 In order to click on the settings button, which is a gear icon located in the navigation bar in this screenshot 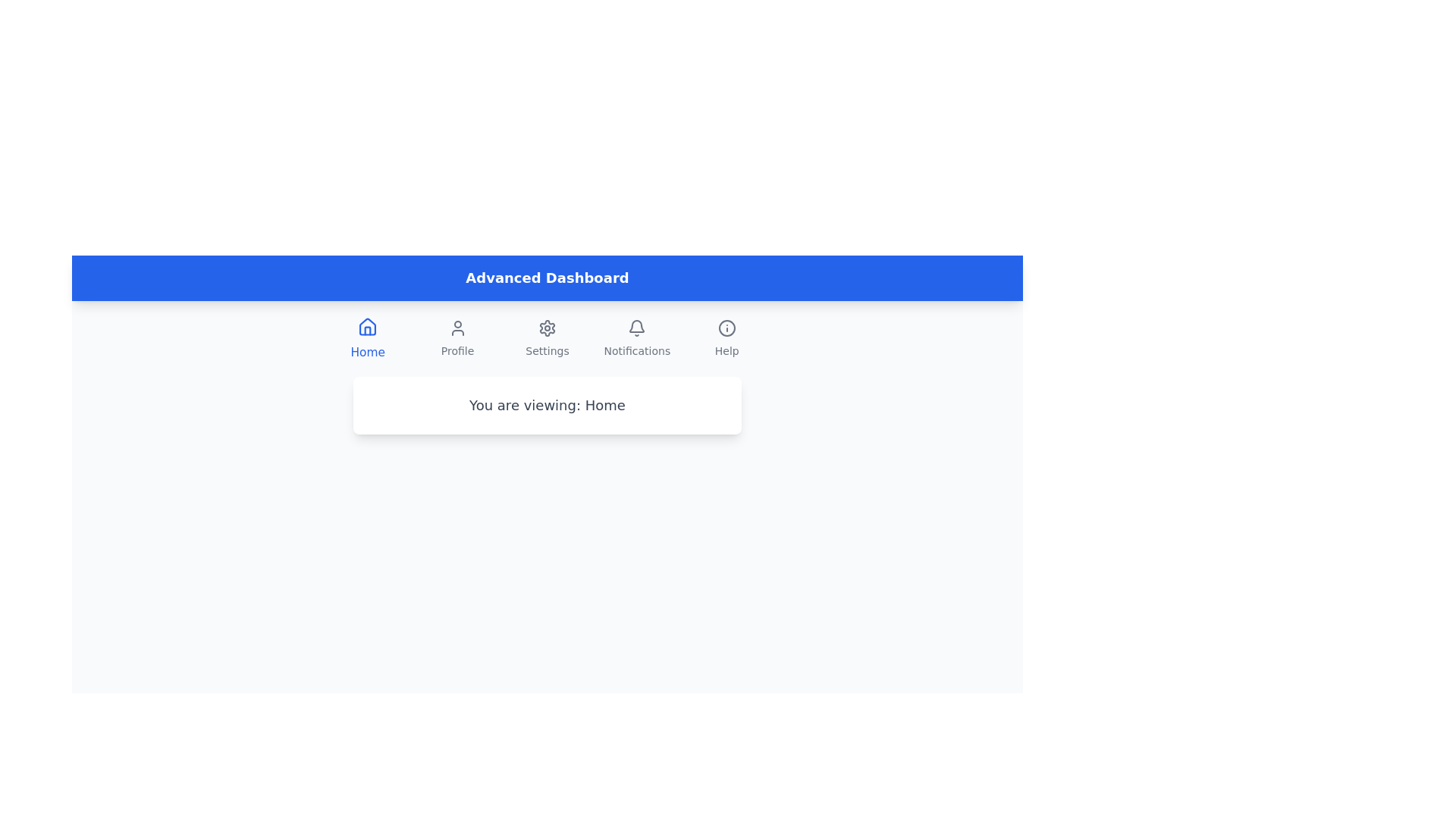, I will do `click(546, 338)`.